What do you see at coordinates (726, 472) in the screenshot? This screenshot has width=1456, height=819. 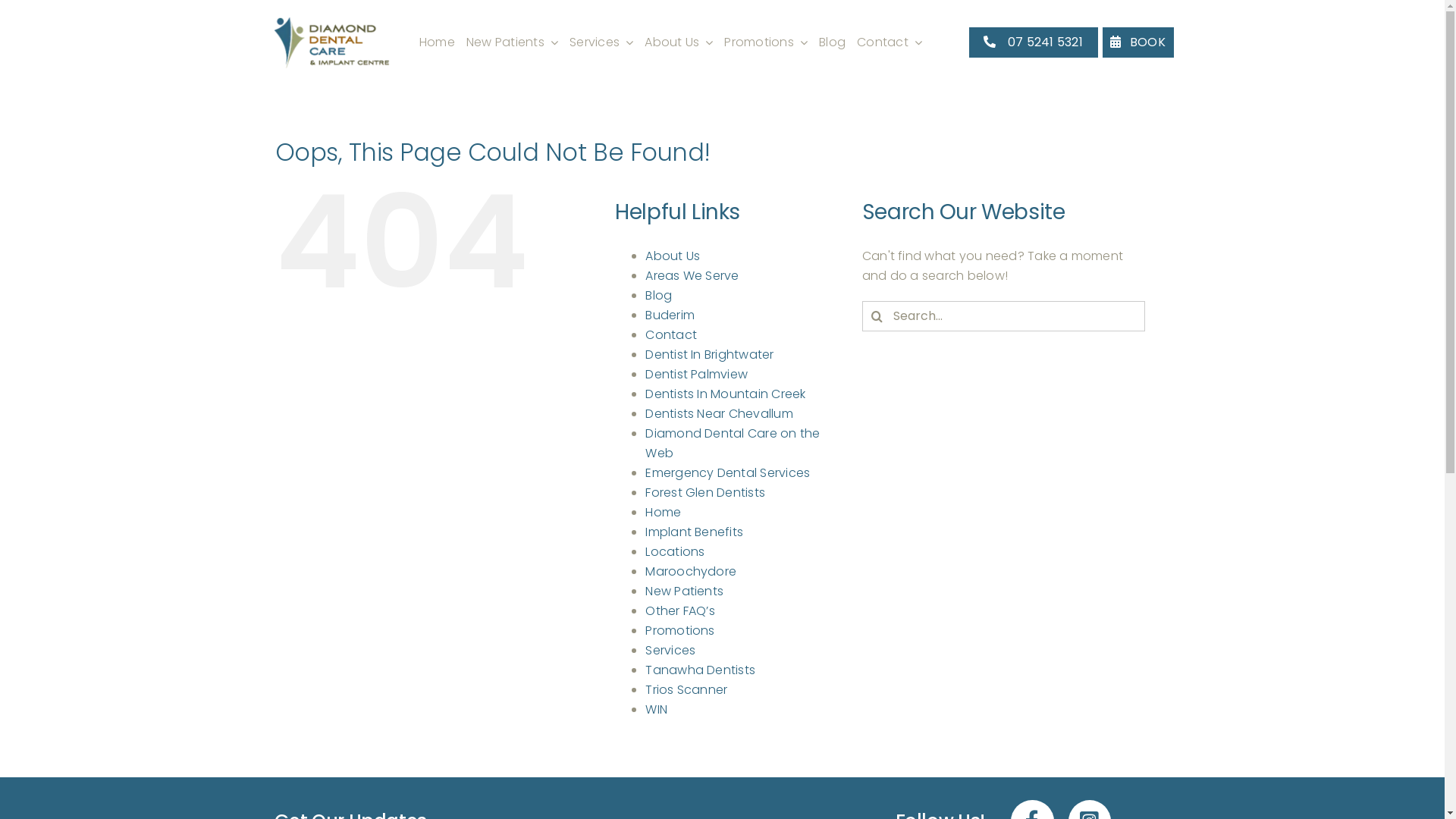 I see `'Emergency Dental Services'` at bounding box center [726, 472].